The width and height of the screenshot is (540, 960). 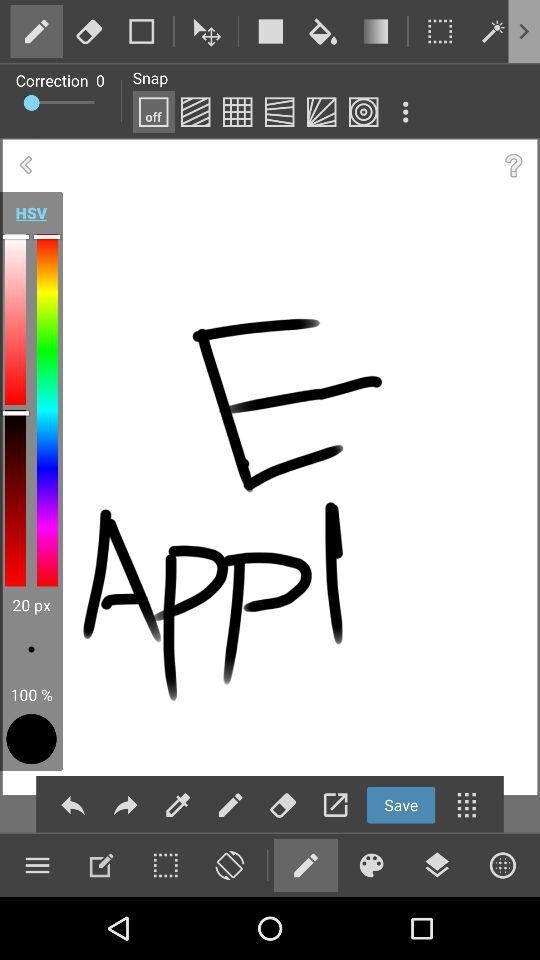 What do you see at coordinates (513, 164) in the screenshot?
I see `help button` at bounding box center [513, 164].